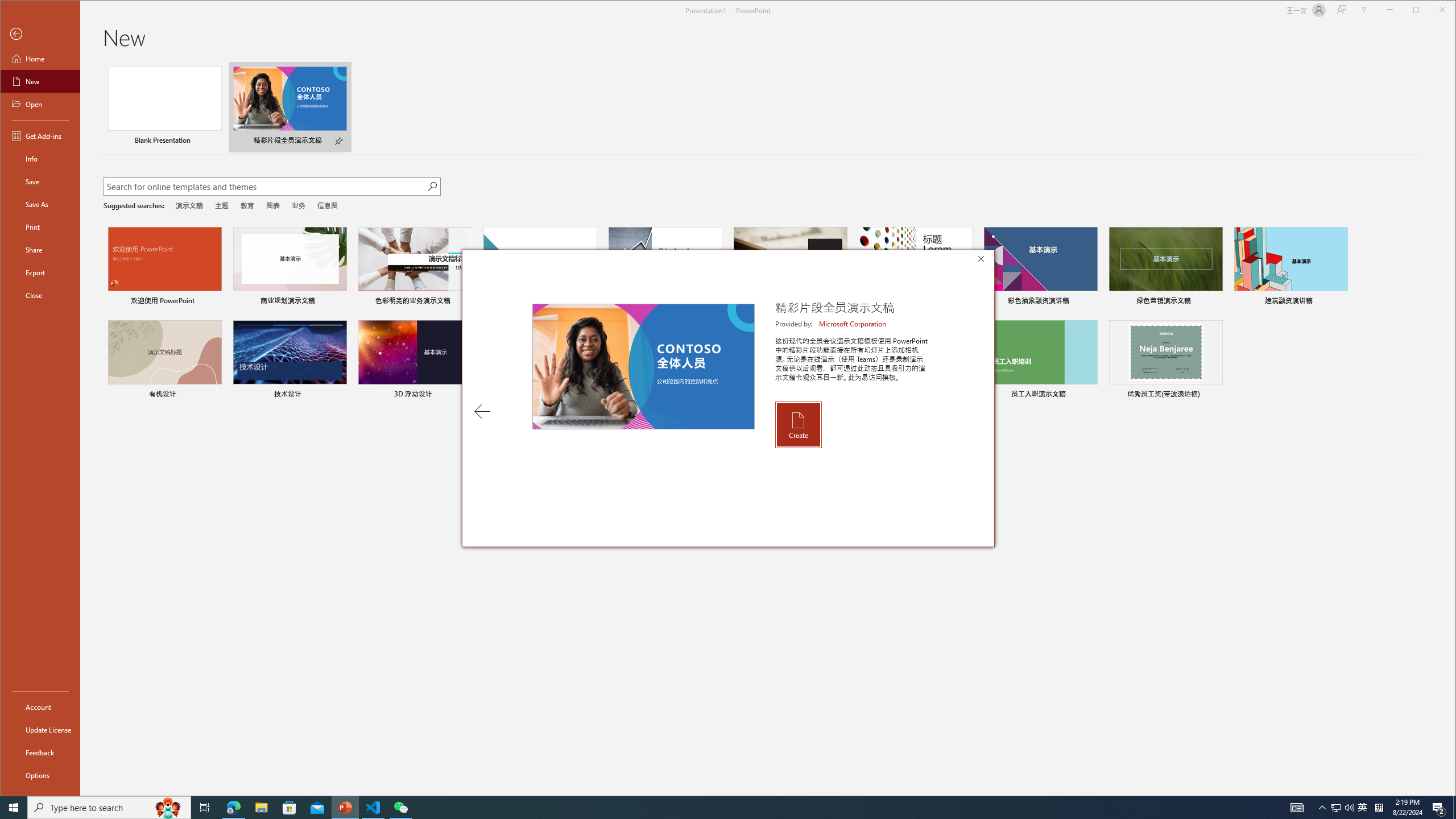 This screenshot has height=819, width=1456. What do you see at coordinates (204, 806) in the screenshot?
I see `'Task View'` at bounding box center [204, 806].